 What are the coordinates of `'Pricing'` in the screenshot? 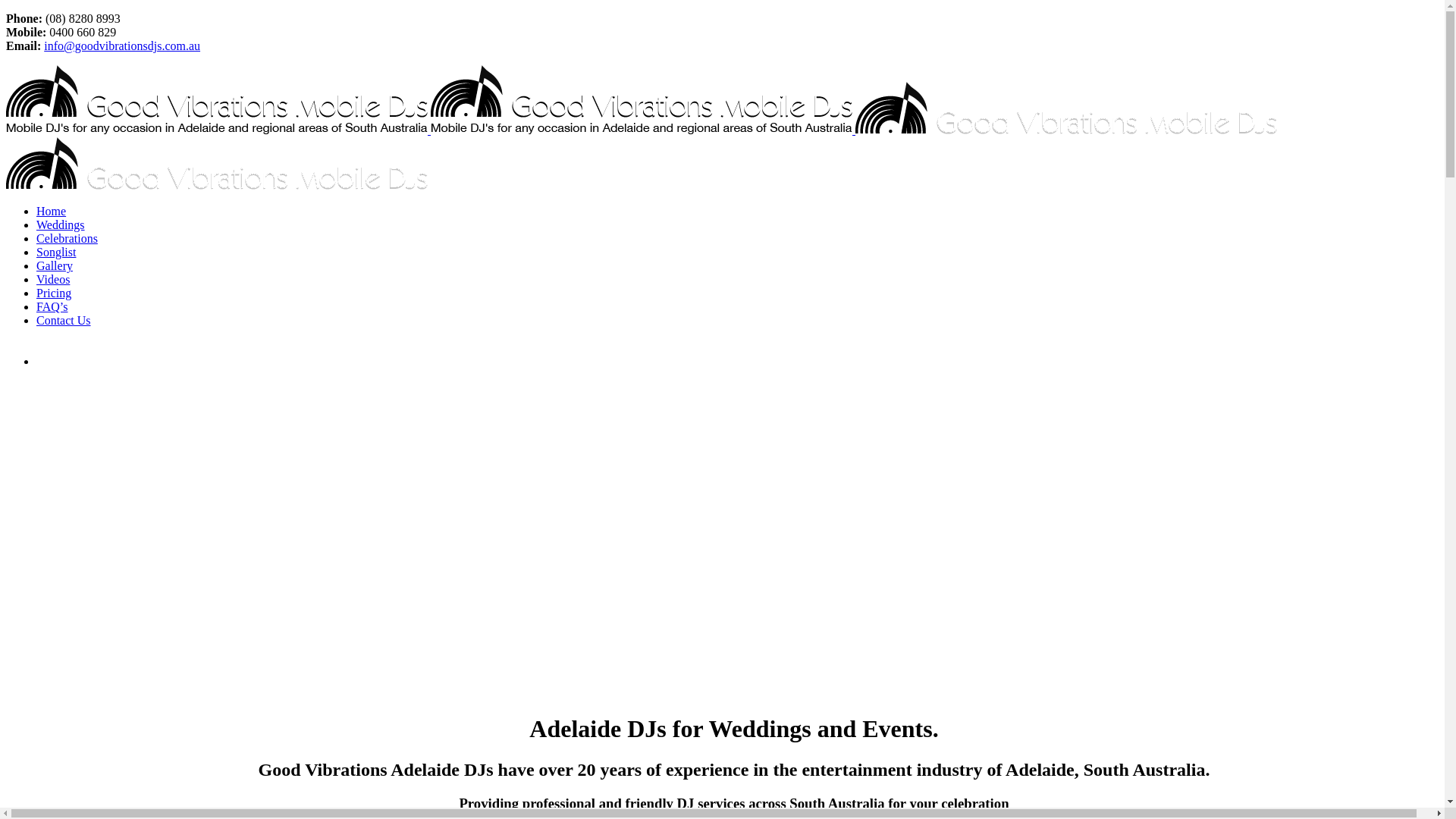 It's located at (54, 293).